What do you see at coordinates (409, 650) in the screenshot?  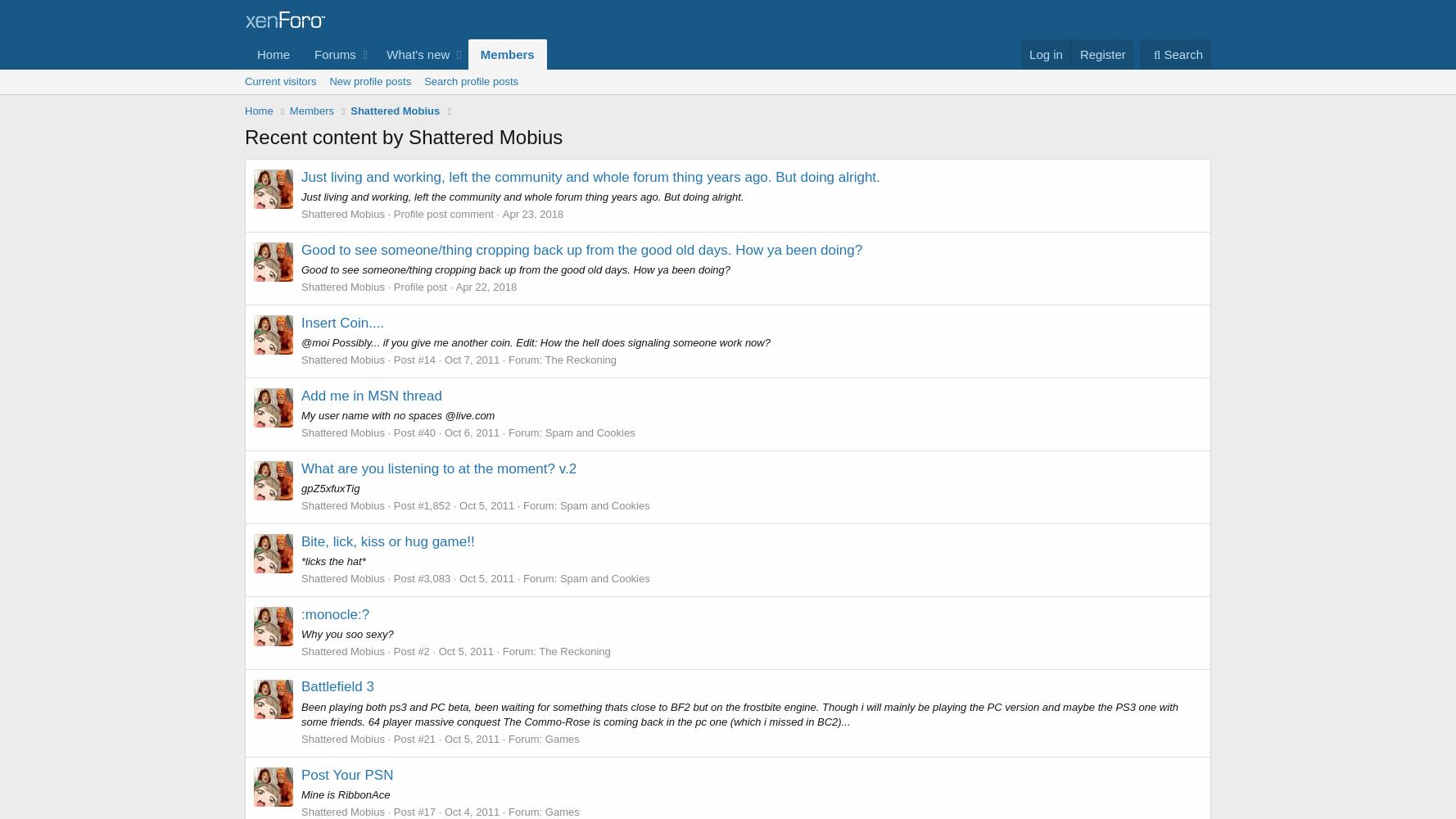 I see `'Post #2'` at bounding box center [409, 650].